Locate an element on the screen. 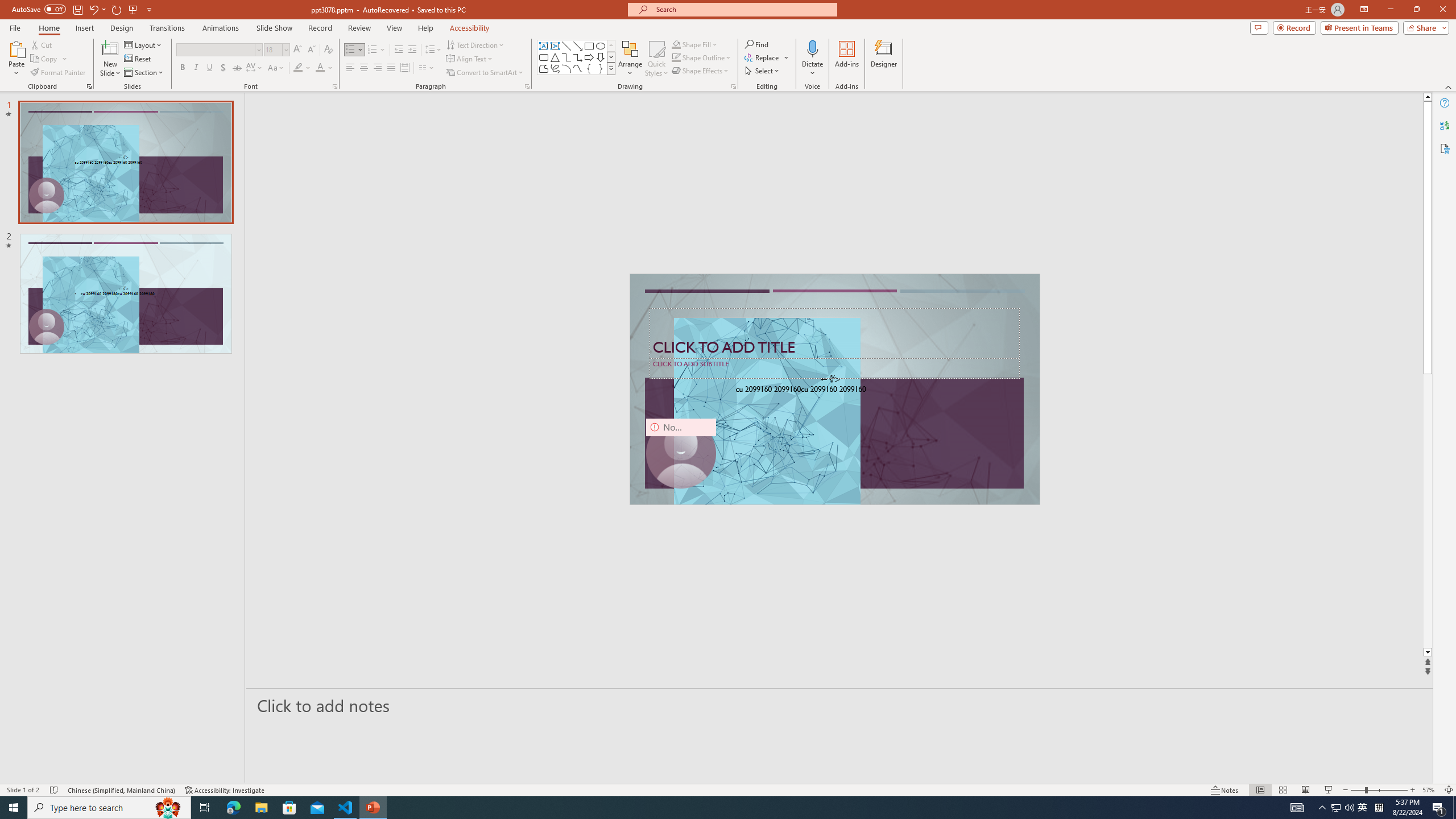 This screenshot has height=819, width=1456. 'Clear Formatting' is located at coordinates (328, 49).